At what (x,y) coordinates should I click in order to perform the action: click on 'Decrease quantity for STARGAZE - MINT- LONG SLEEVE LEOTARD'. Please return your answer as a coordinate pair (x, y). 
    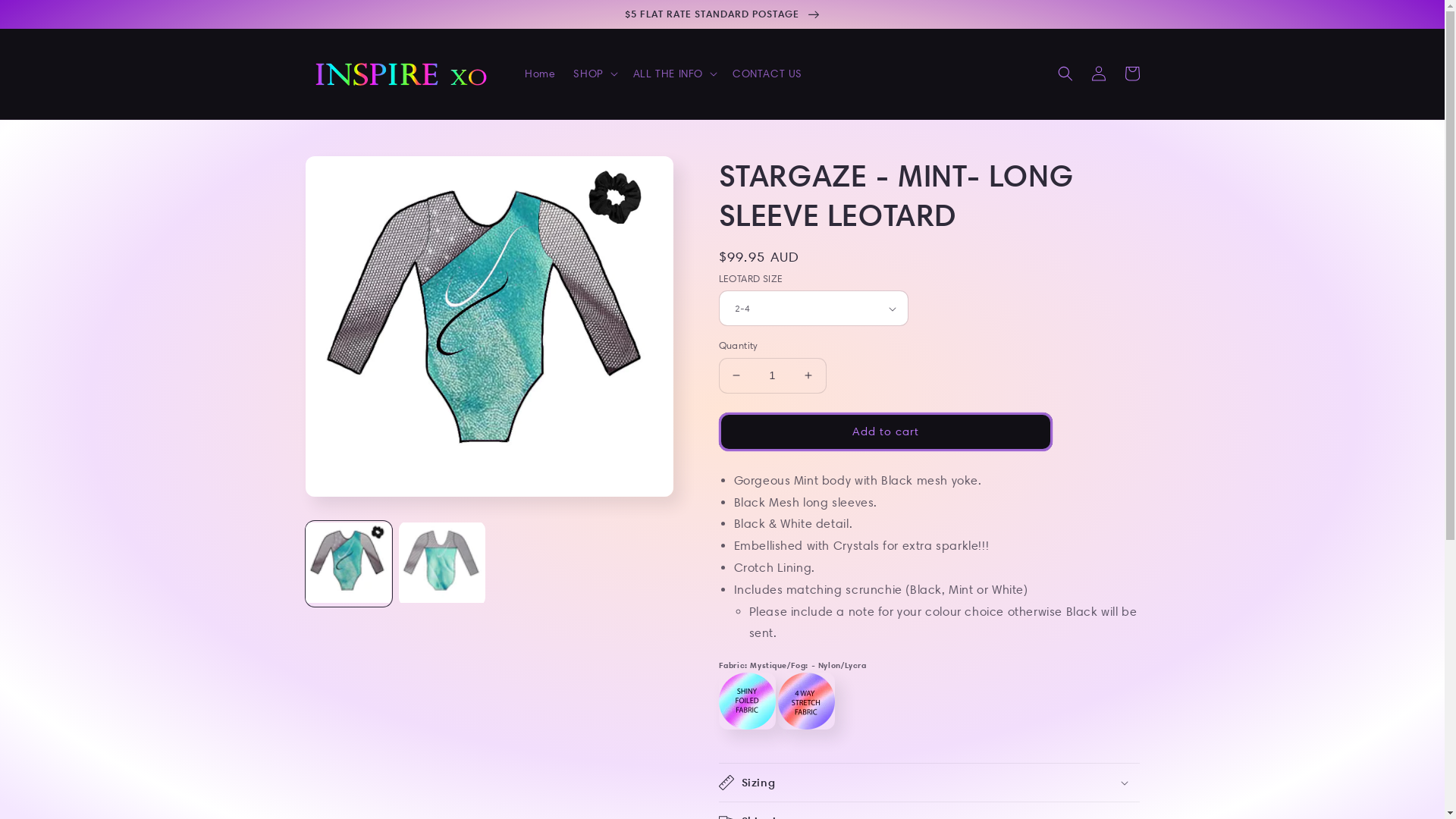
    Looking at the image, I should click on (736, 375).